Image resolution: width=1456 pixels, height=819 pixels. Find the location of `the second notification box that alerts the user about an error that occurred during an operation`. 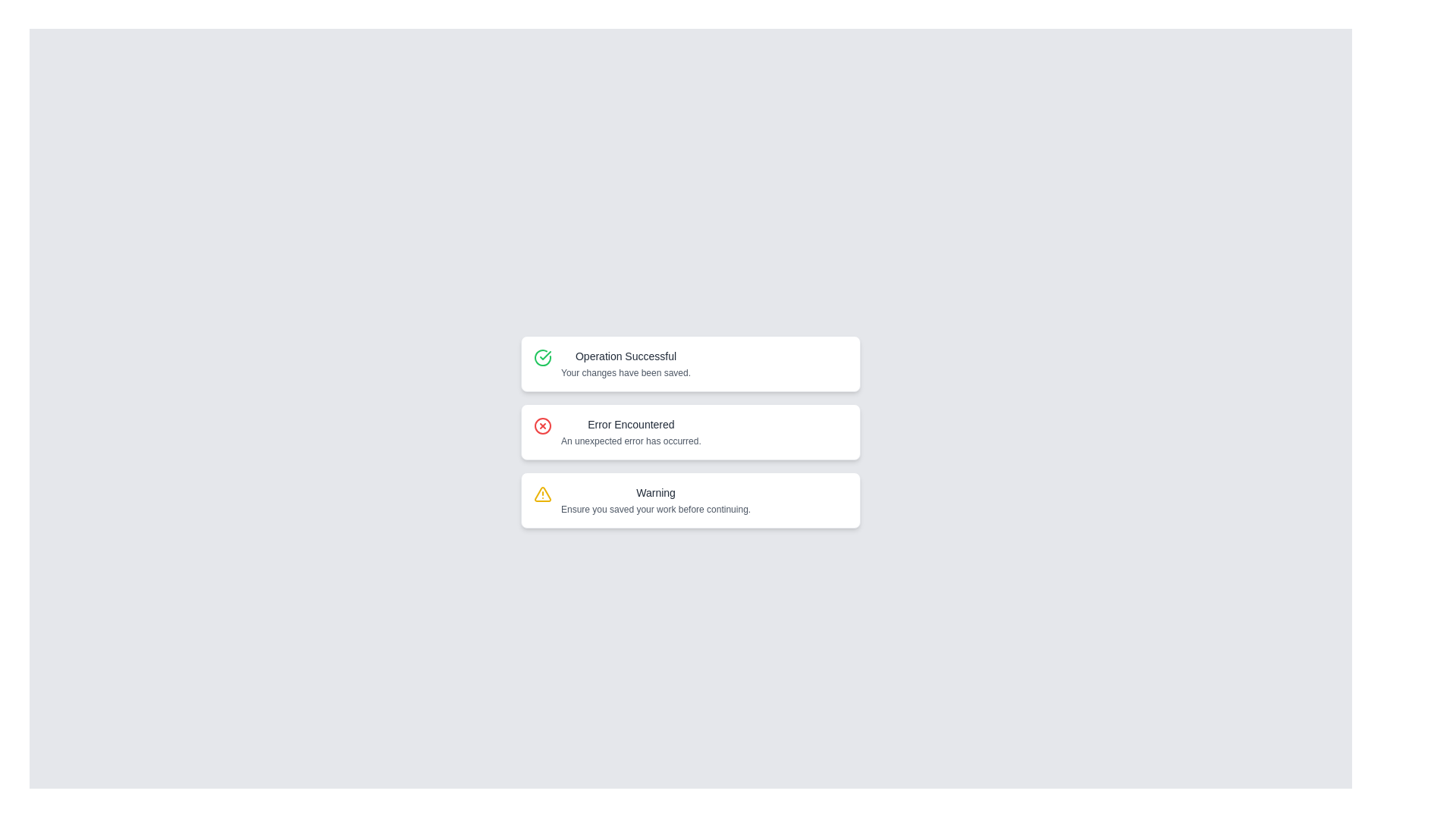

the second notification box that alerts the user about an error that occurred during an operation is located at coordinates (690, 432).